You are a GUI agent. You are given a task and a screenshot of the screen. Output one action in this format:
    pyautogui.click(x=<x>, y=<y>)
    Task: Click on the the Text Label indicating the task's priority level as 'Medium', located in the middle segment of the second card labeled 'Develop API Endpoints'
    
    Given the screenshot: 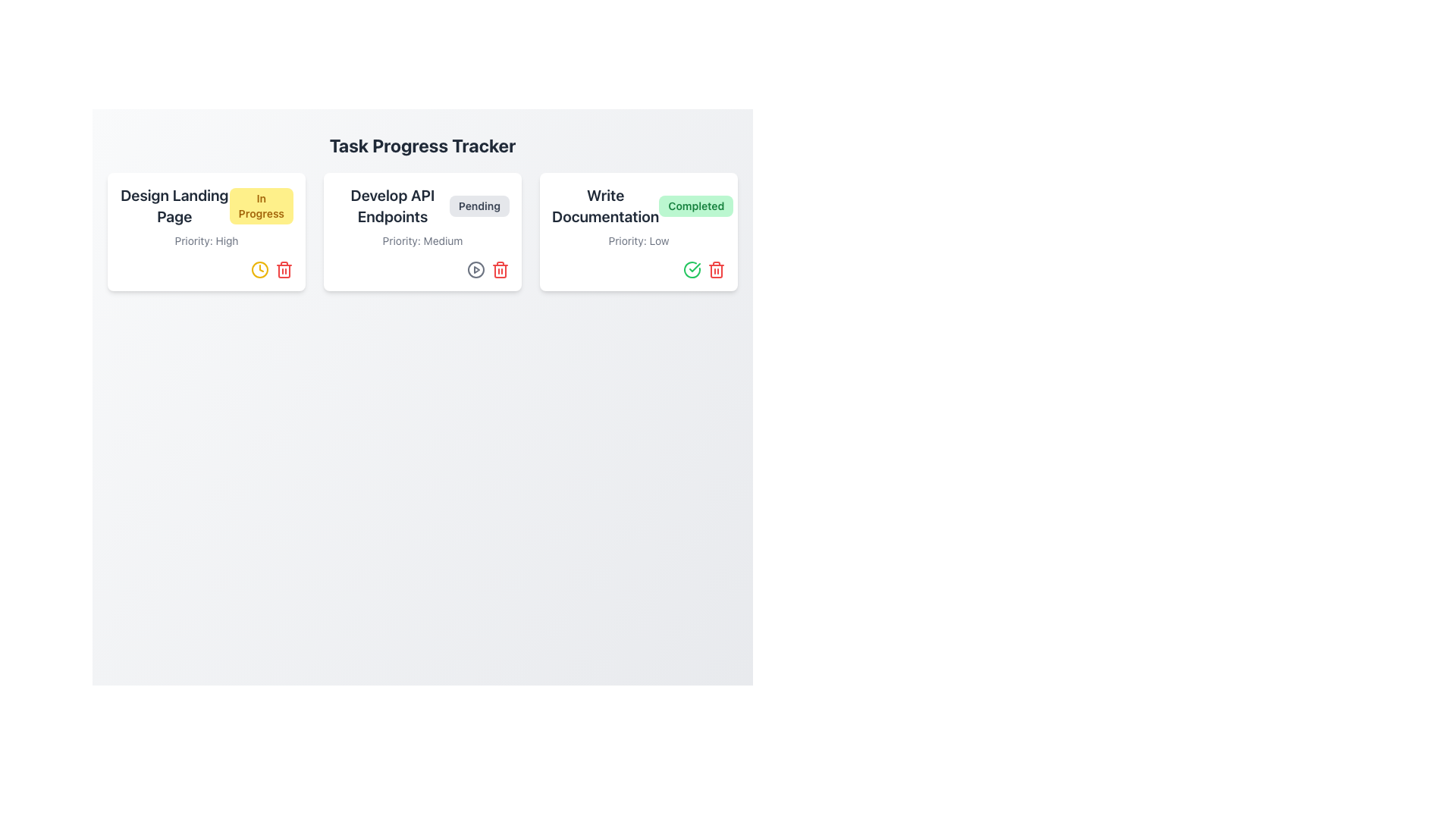 What is the action you would take?
    pyautogui.click(x=422, y=240)
    